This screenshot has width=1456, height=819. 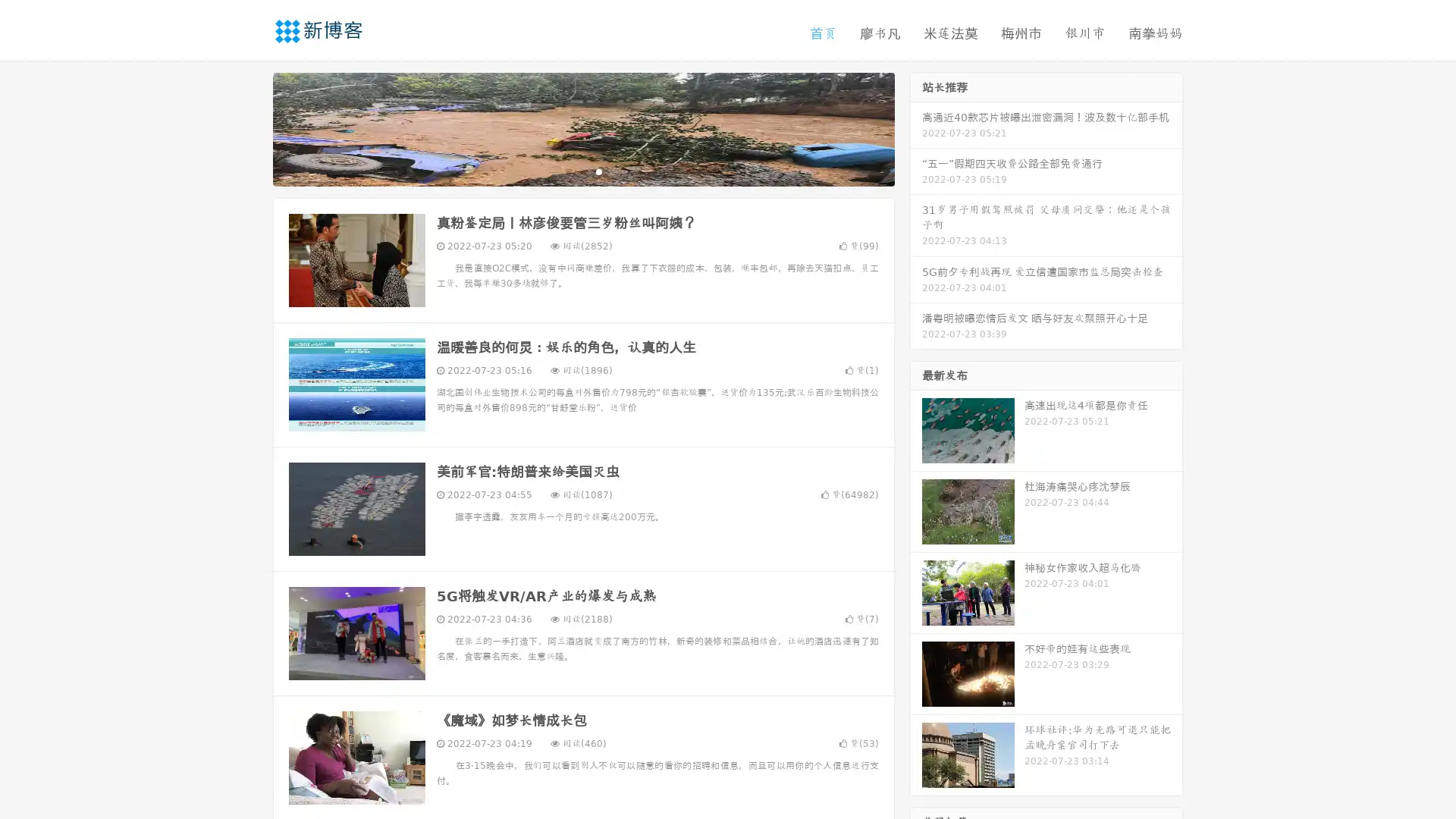 I want to click on Go to slide 1, so click(x=567, y=171).